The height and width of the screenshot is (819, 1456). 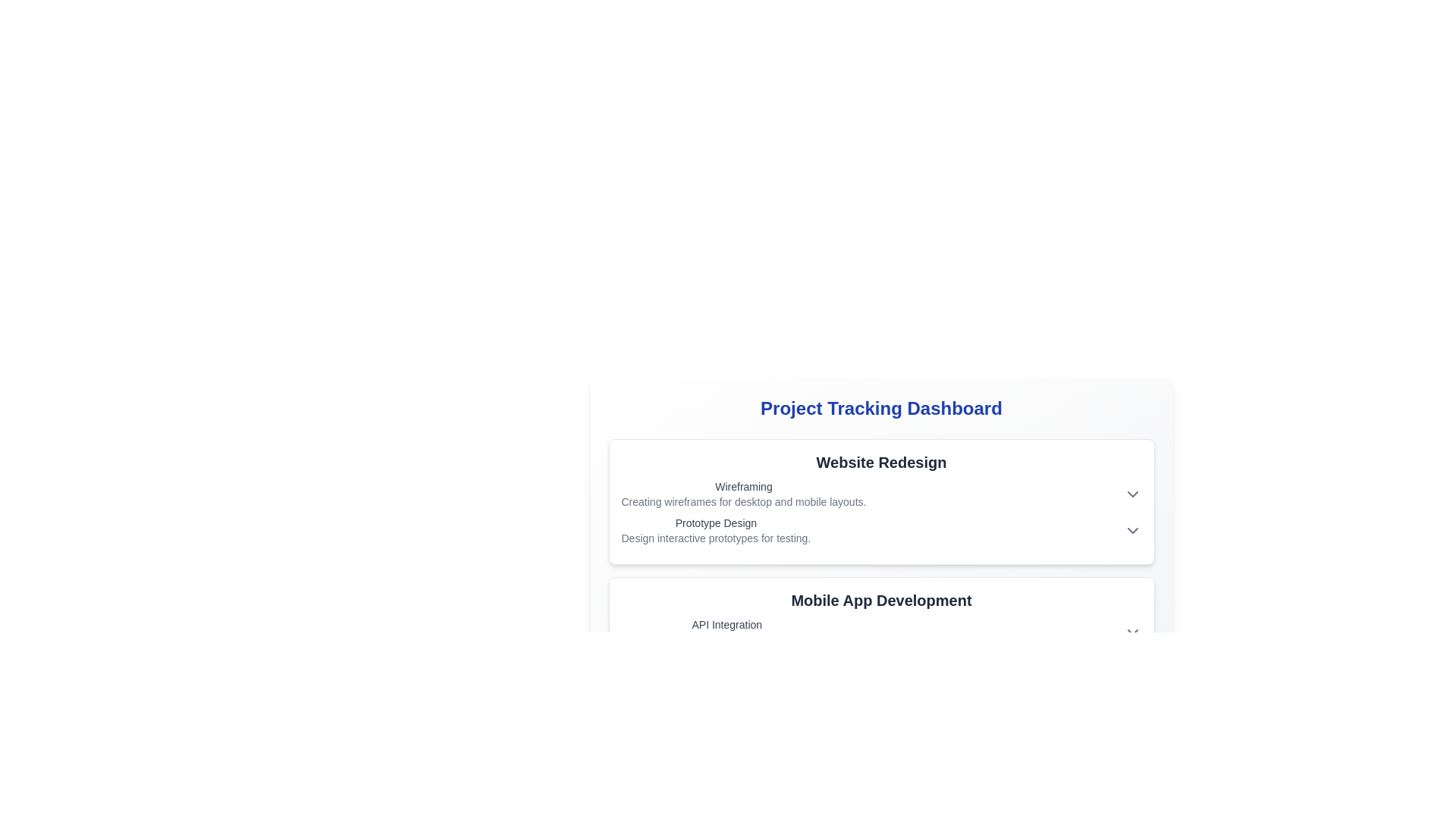 What do you see at coordinates (881, 512) in the screenshot?
I see `the section titles within the 'Website Redesign' card` at bounding box center [881, 512].